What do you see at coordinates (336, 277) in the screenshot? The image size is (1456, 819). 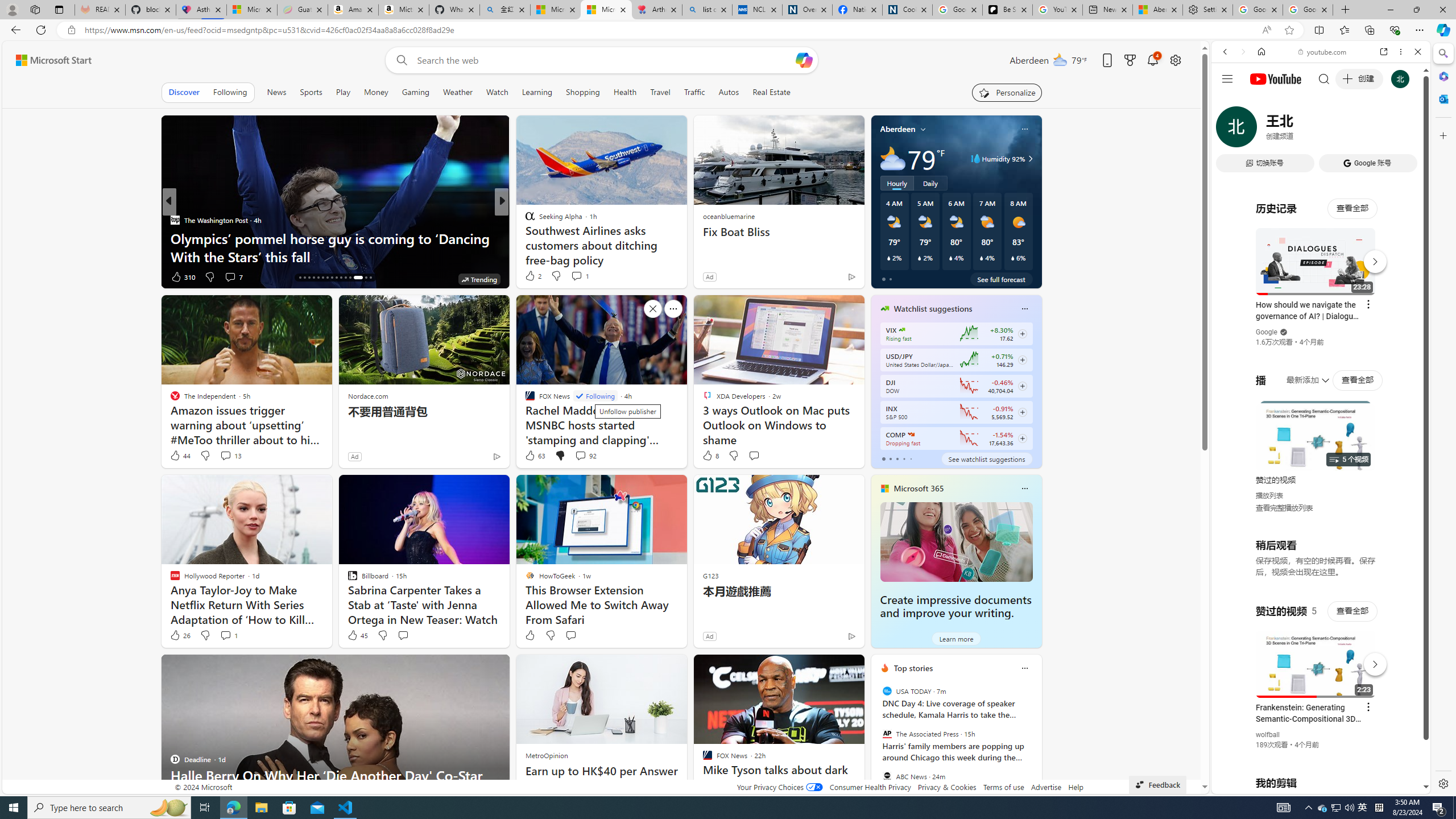 I see `'AutomationID: tab-24'` at bounding box center [336, 277].